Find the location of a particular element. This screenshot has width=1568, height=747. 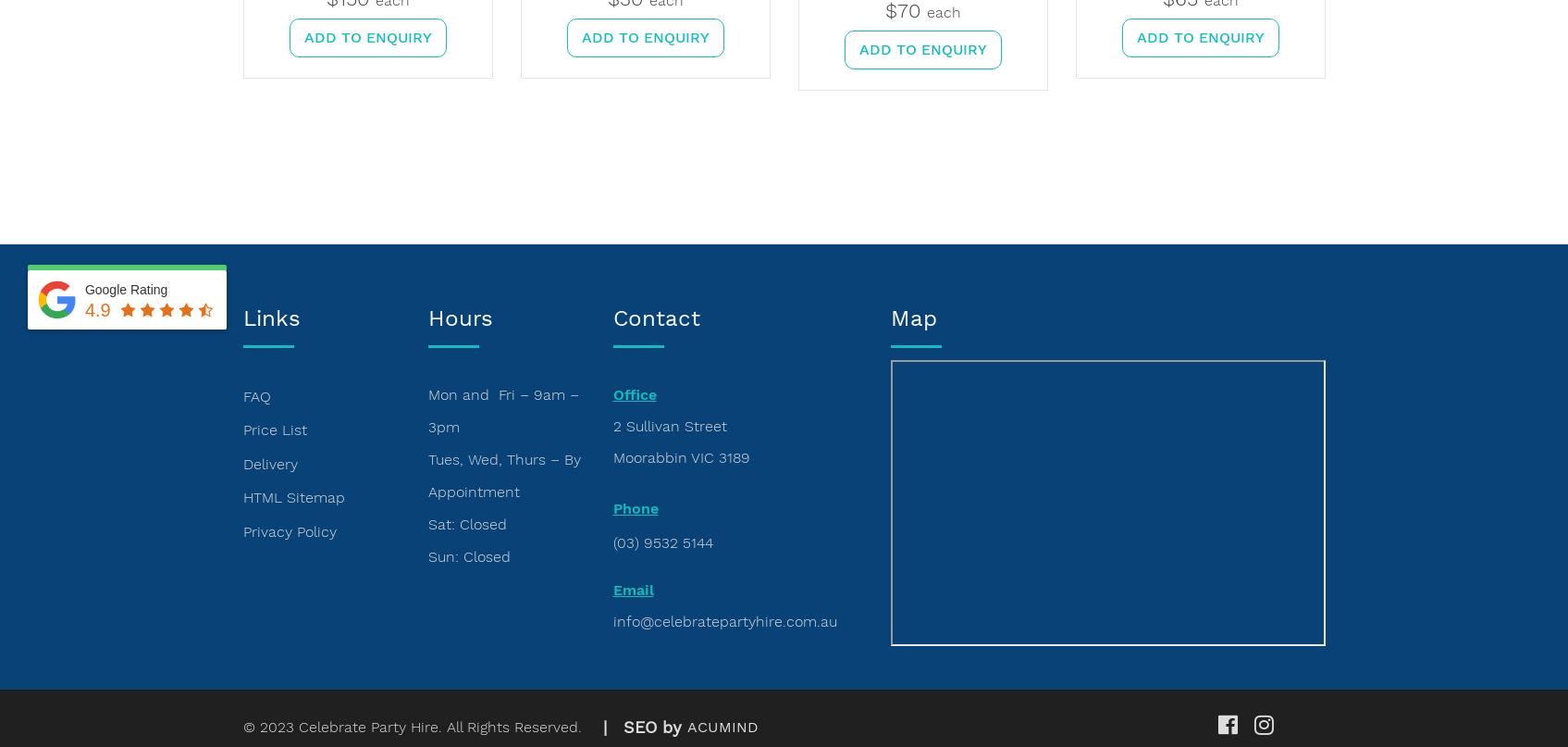

'ACUMIND' is located at coordinates (721, 726).